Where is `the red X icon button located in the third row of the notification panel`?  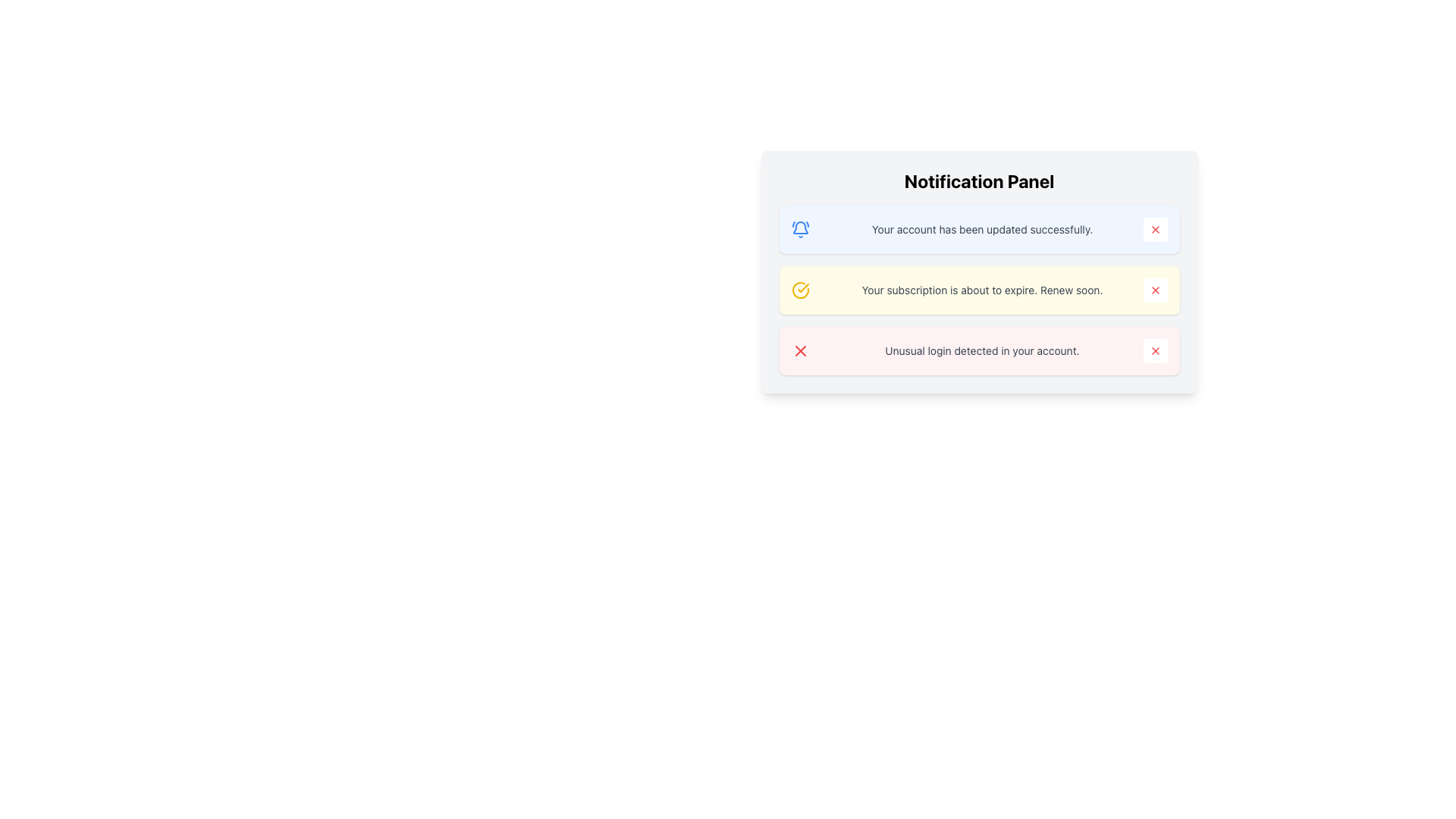 the red X icon button located in the third row of the notification panel is located at coordinates (799, 350).